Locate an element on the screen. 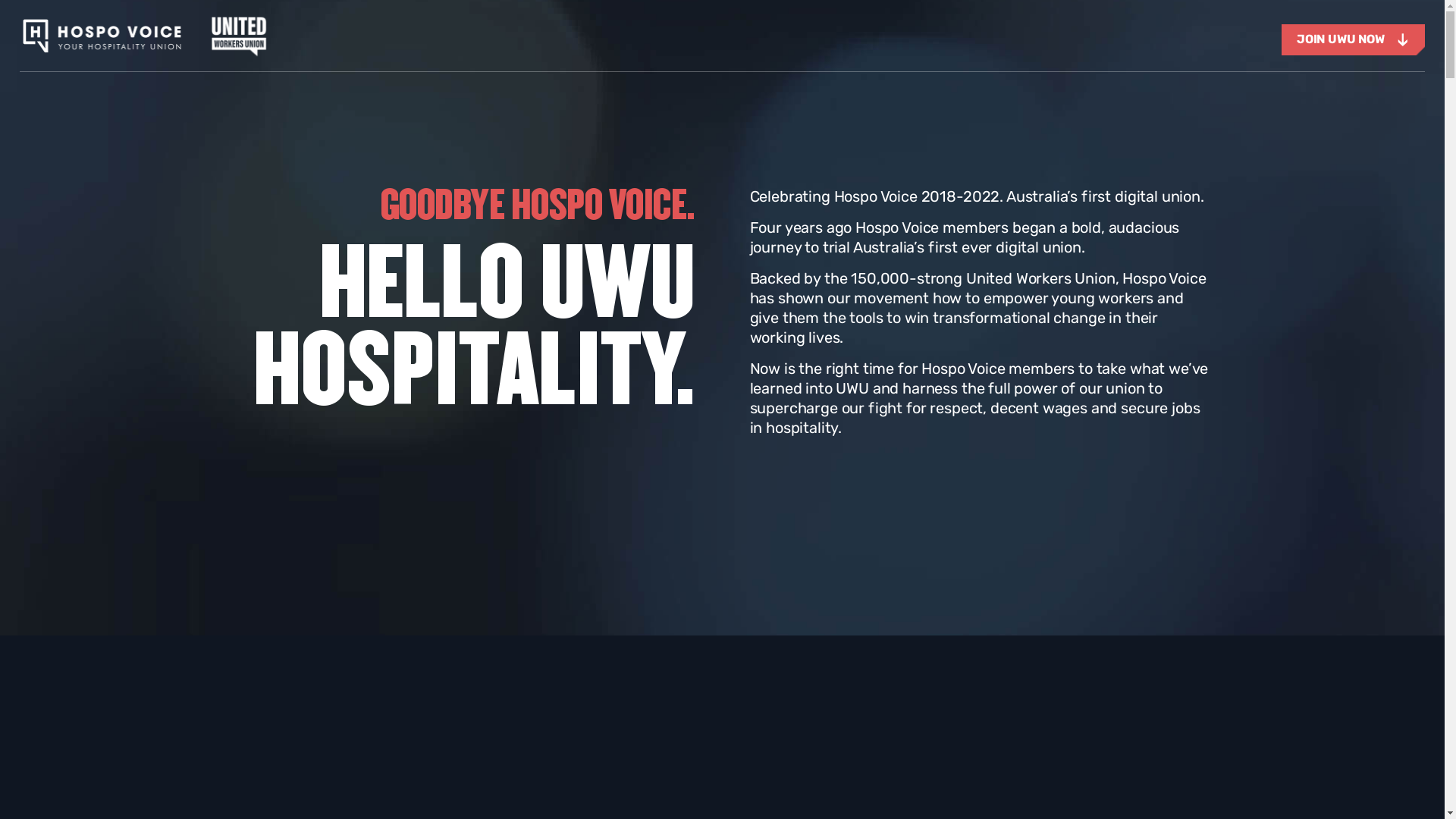 Image resolution: width=1456 pixels, height=819 pixels. 'JOIN UWU NOW' is located at coordinates (1353, 39).